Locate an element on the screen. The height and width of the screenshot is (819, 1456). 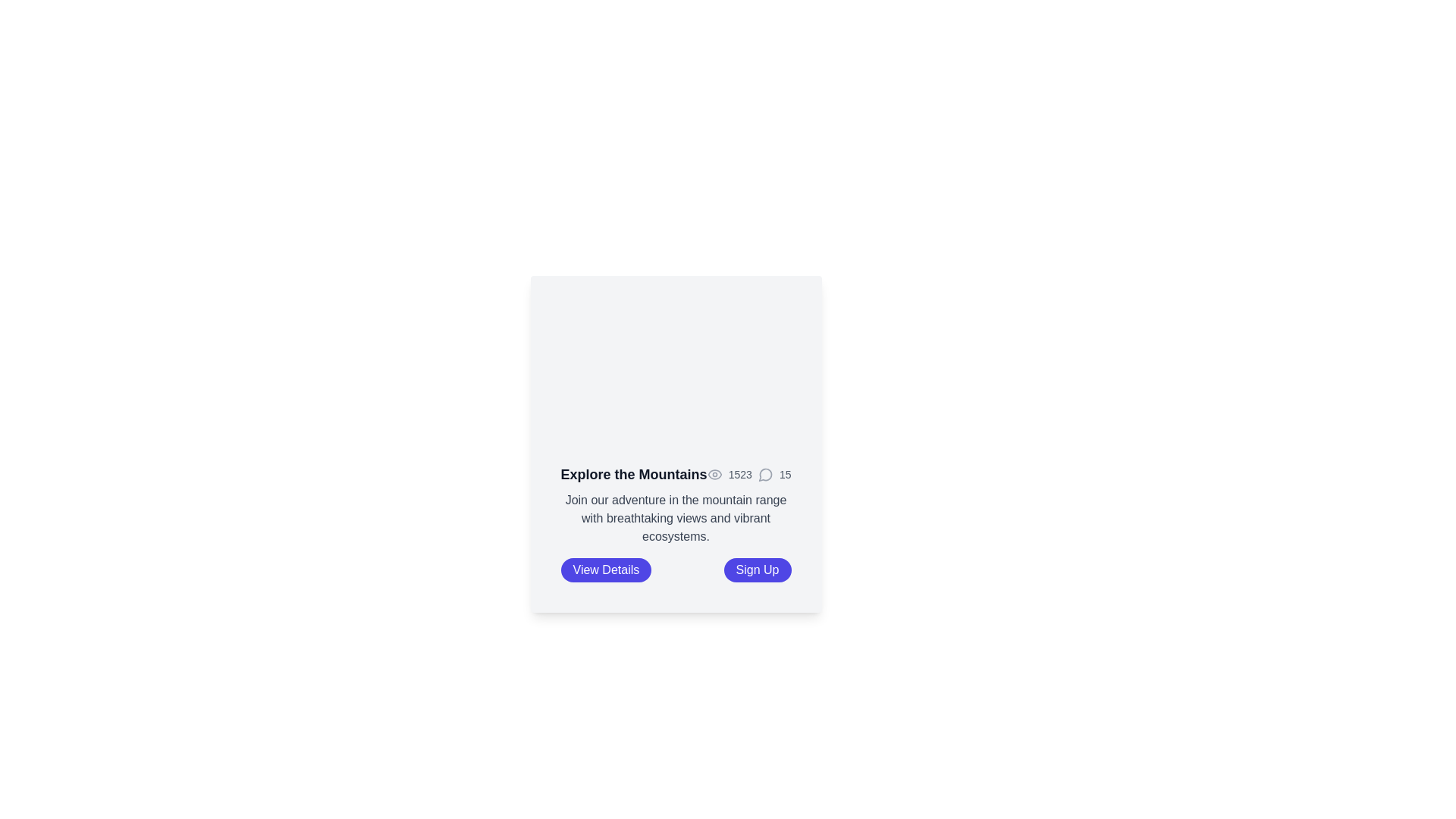
the informational display that shows views and comments with numerical data next to the title 'Explore the Mountains' is located at coordinates (749, 473).